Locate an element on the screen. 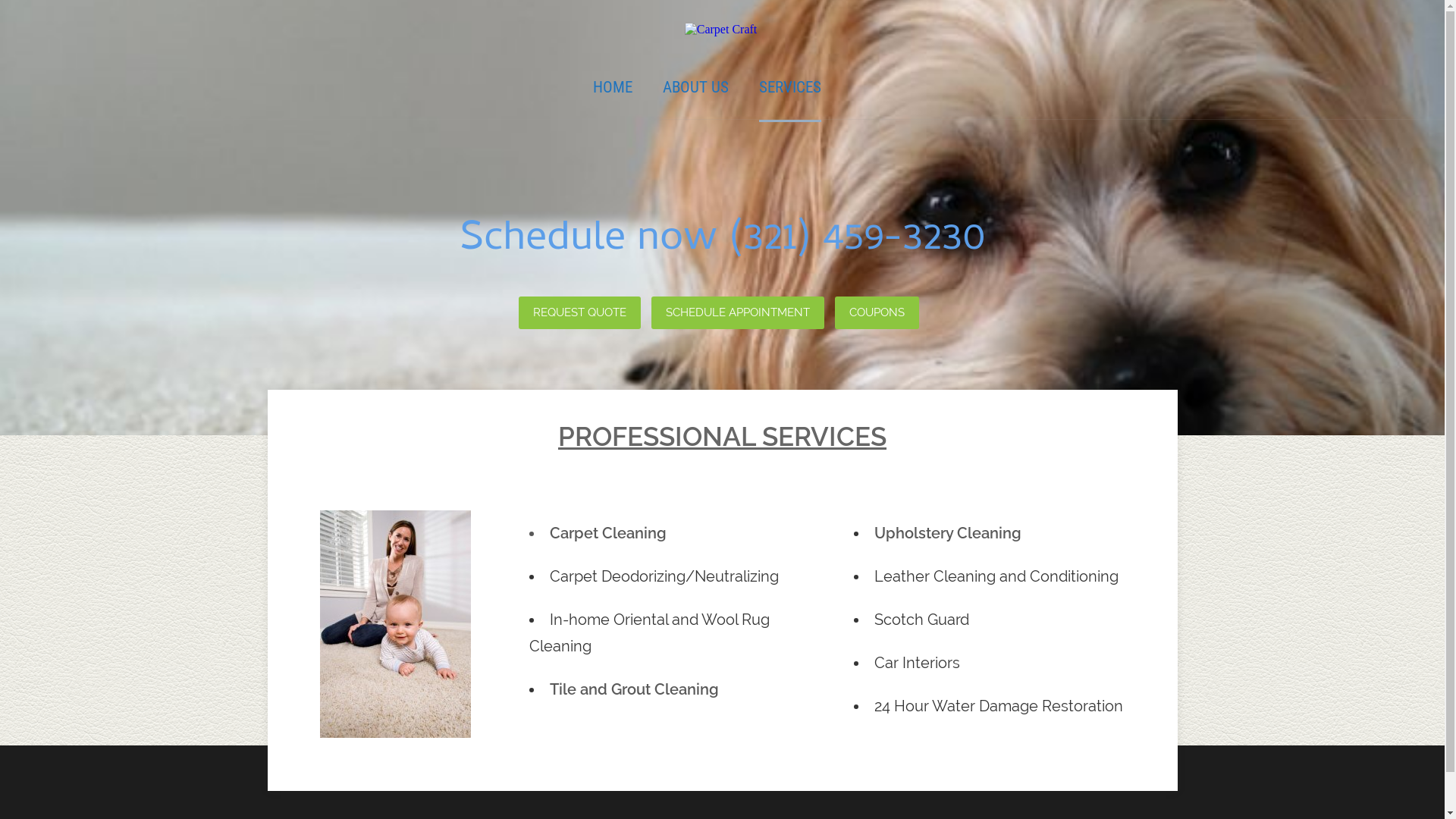  'HOME' is located at coordinates (612, 87).